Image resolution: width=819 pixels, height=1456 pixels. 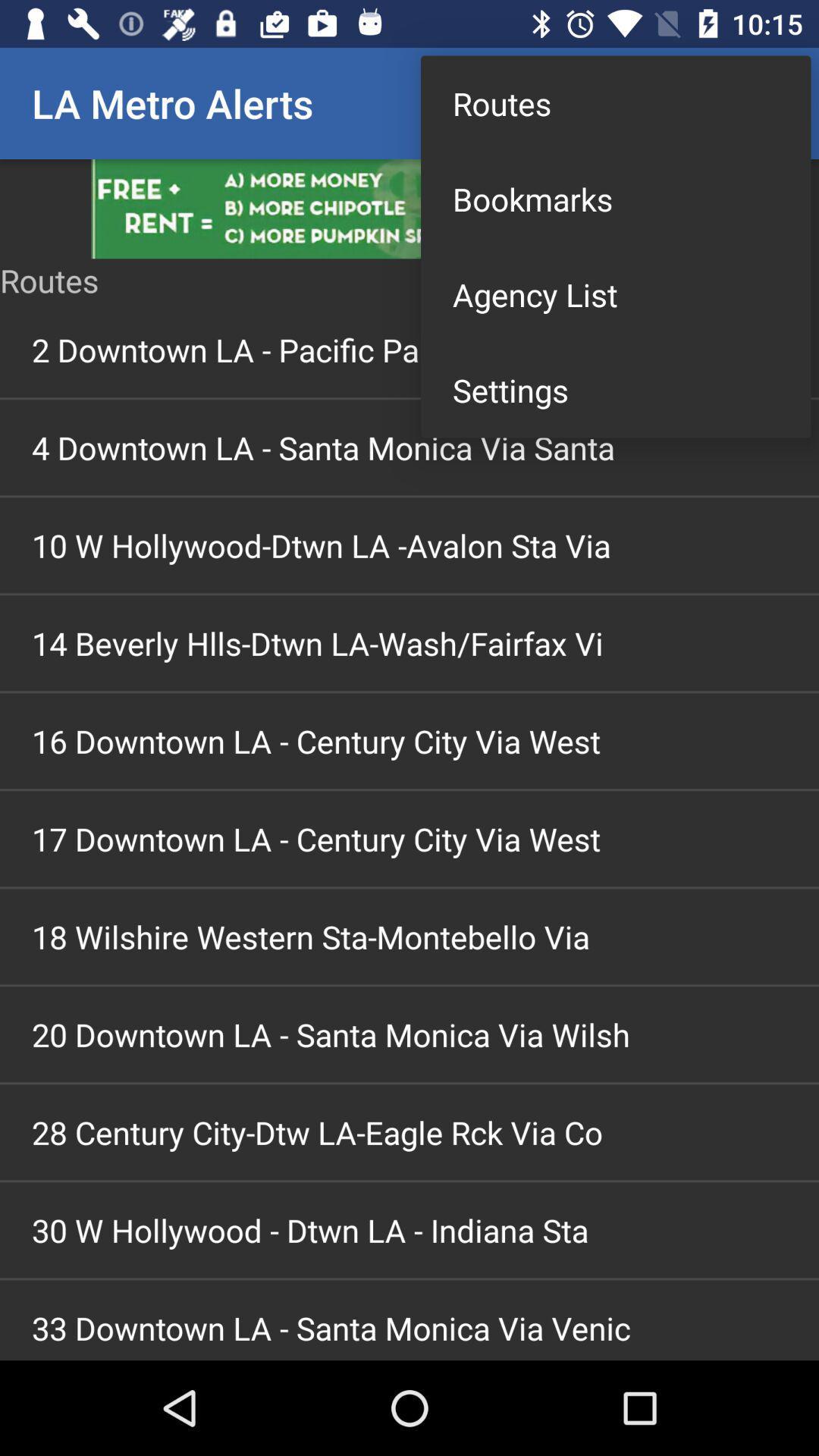 I want to click on advertisement, so click(x=409, y=208).